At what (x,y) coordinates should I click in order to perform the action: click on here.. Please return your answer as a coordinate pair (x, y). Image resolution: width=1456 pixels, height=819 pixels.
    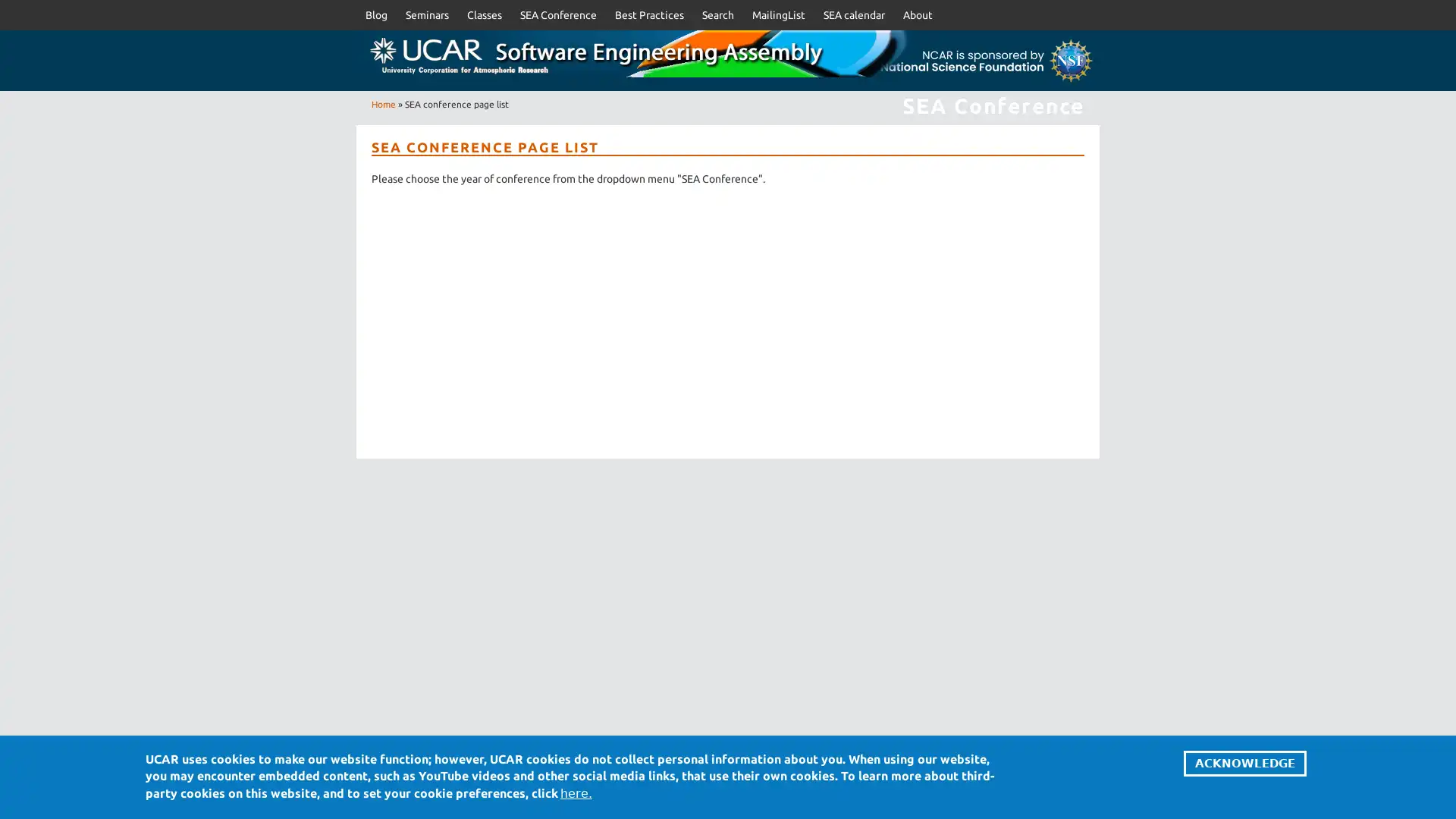
    Looking at the image, I should click on (575, 792).